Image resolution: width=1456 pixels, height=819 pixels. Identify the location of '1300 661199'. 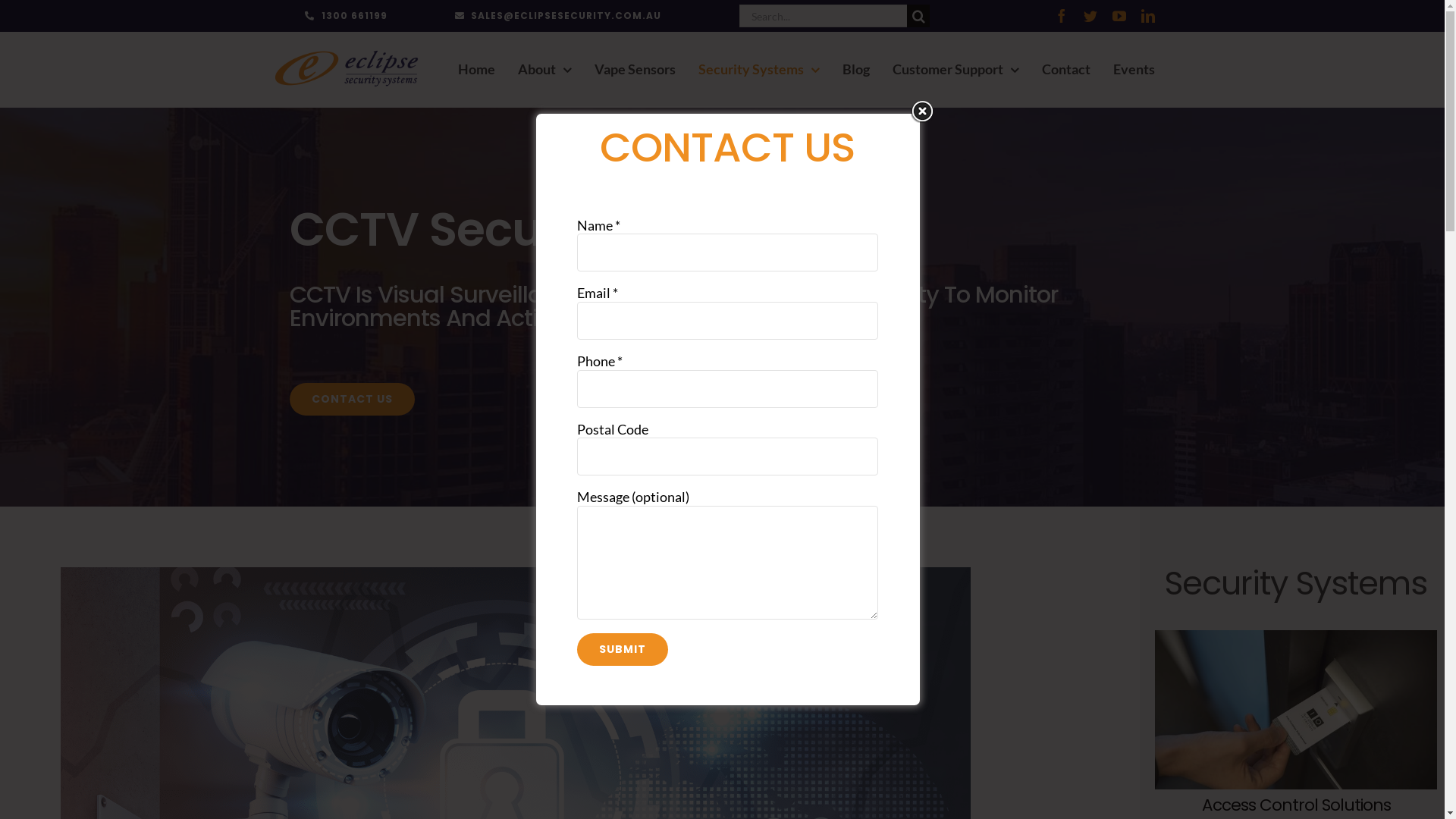
(345, 15).